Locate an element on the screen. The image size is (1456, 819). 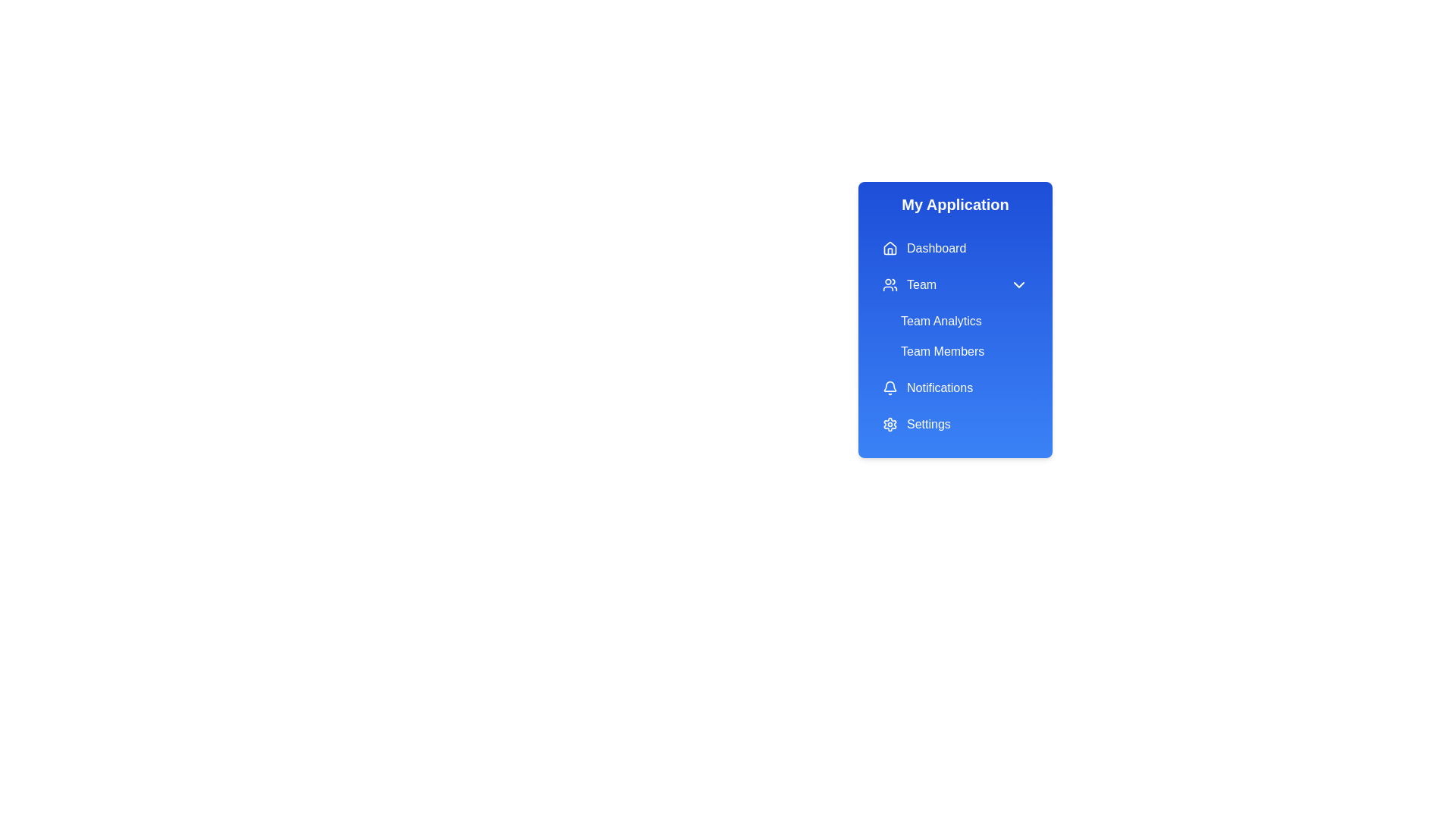
the 'Team' menu icon, which resembles a group of users with two overlapping circular shapes in white on a blue background is located at coordinates (890, 284).